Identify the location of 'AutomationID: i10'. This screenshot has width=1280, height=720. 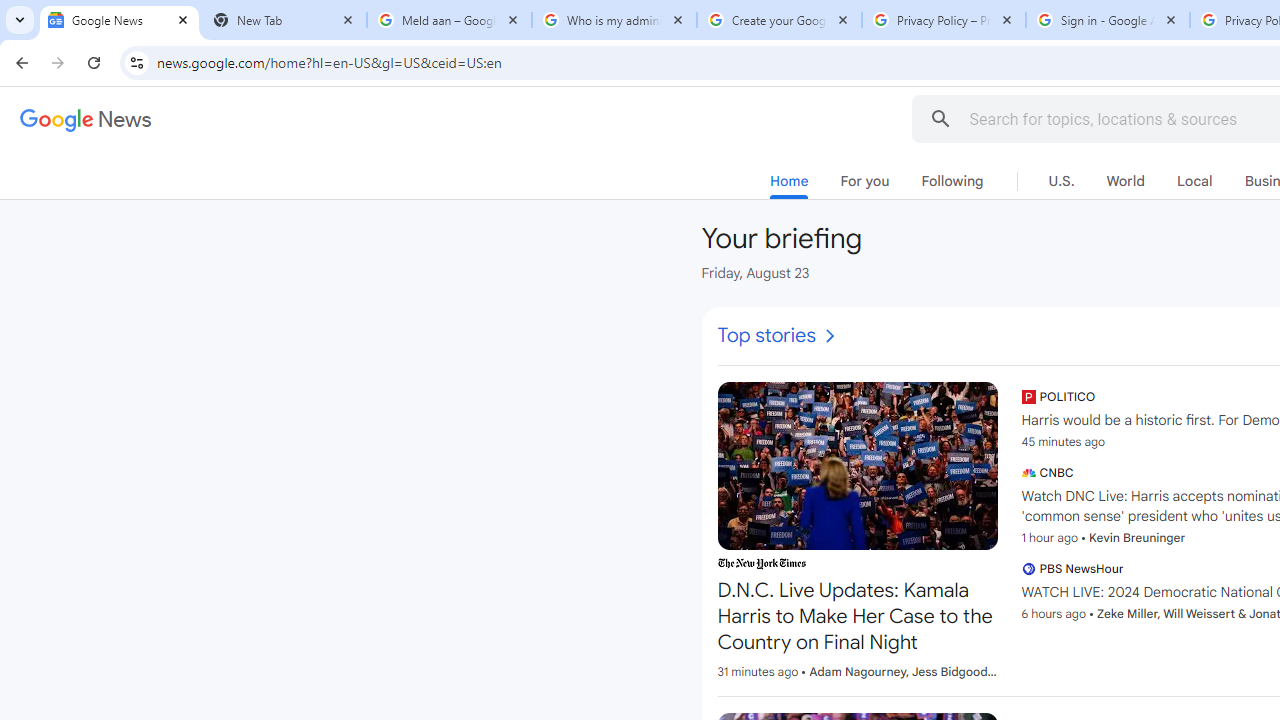
(829, 335).